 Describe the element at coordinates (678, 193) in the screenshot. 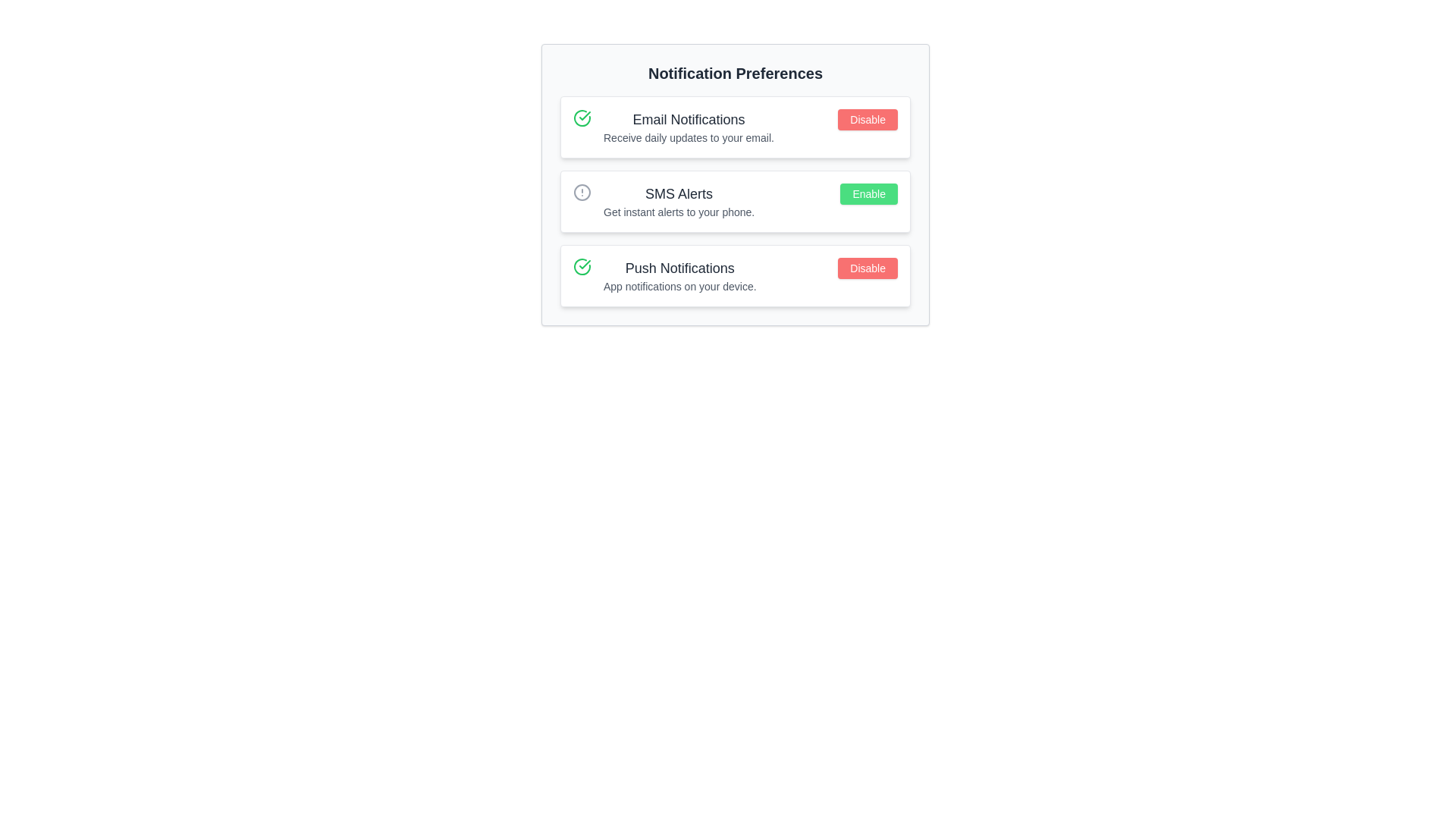

I see `the 'SMS Alerts' text label, which serves as a title for the second notification option in the 'Notification Preferences' interface, positioned above the subtext 'Get instant alerts to your phone.'` at that location.